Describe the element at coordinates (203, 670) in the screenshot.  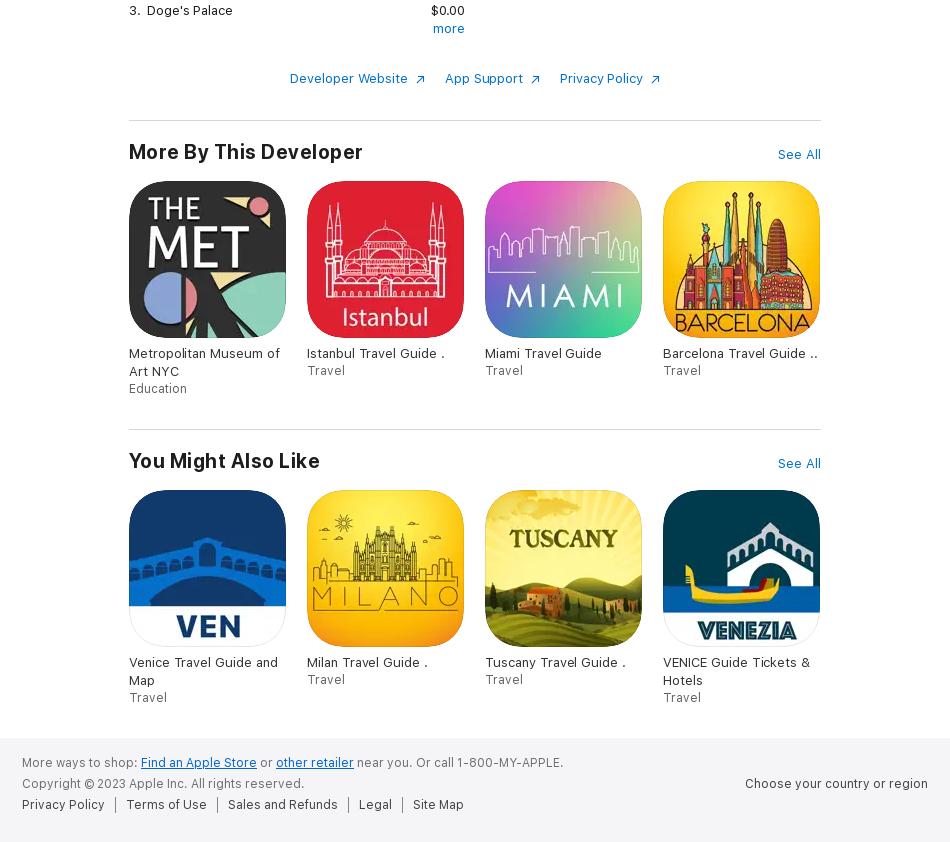
I see `'Venice Travel Guide and Map'` at that location.